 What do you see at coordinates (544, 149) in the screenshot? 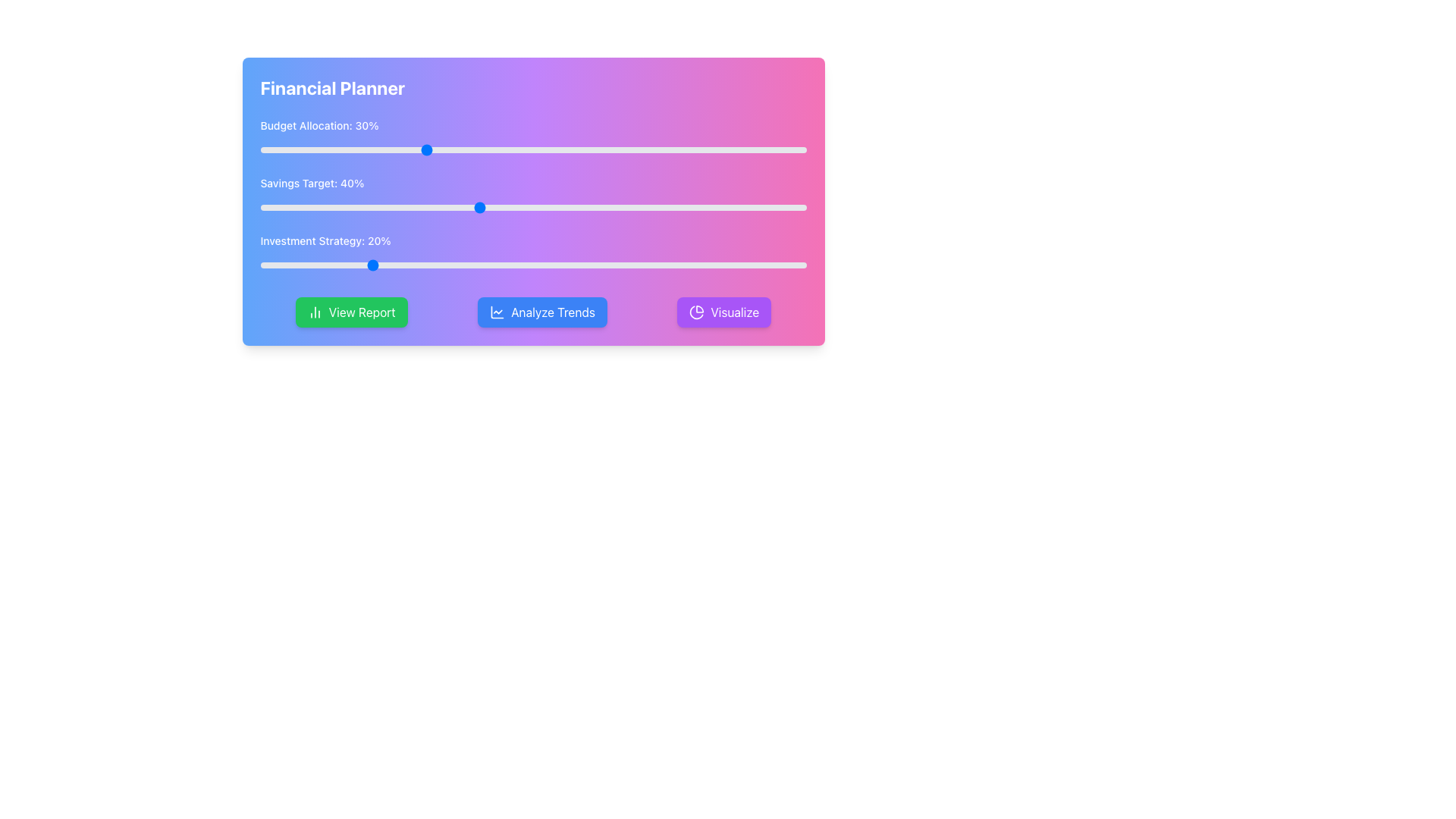
I see `the slider value` at bounding box center [544, 149].